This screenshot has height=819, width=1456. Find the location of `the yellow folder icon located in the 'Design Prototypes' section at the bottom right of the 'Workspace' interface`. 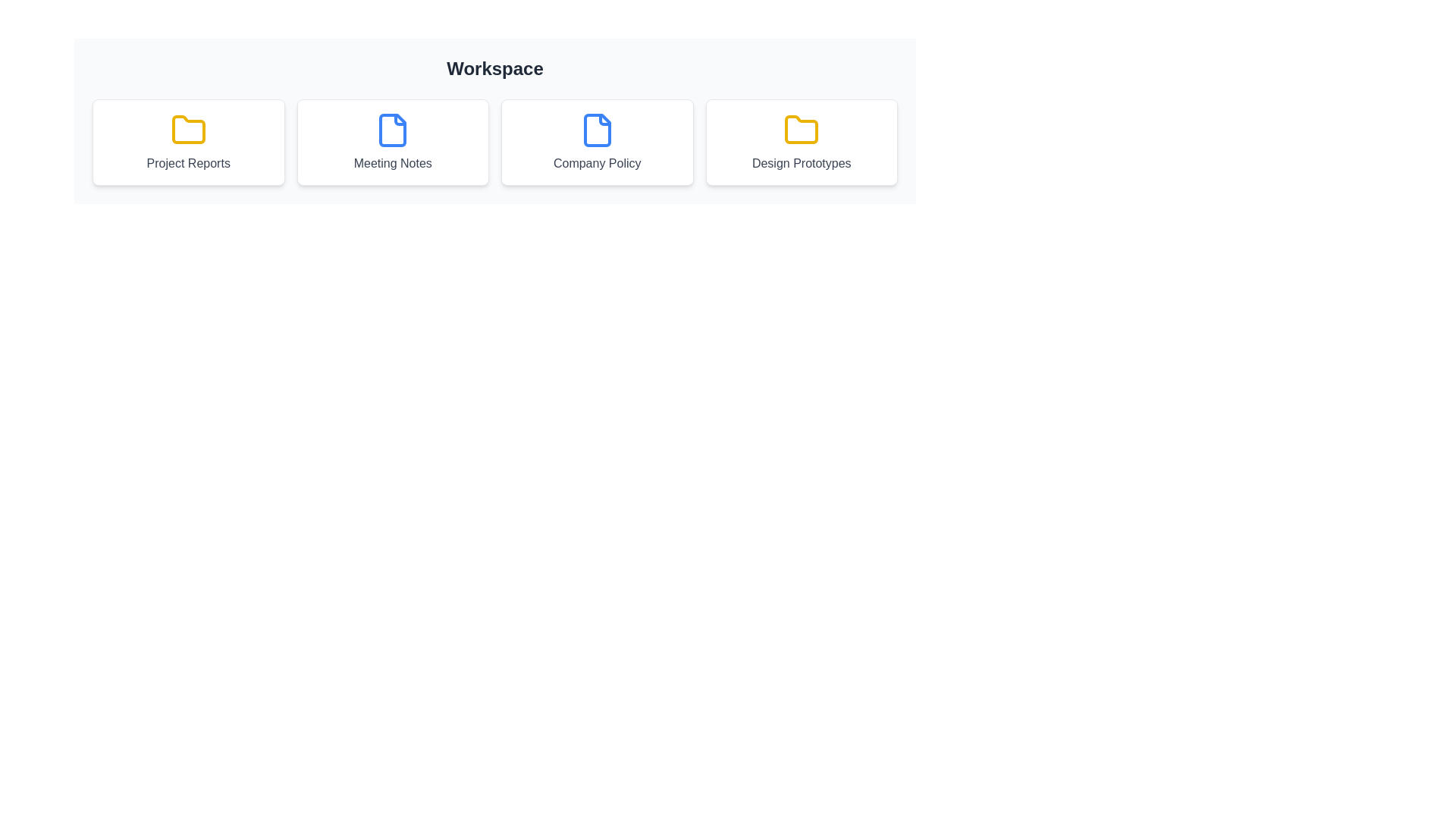

the yellow folder icon located in the 'Design Prototypes' section at the bottom right of the 'Workspace' interface is located at coordinates (801, 128).